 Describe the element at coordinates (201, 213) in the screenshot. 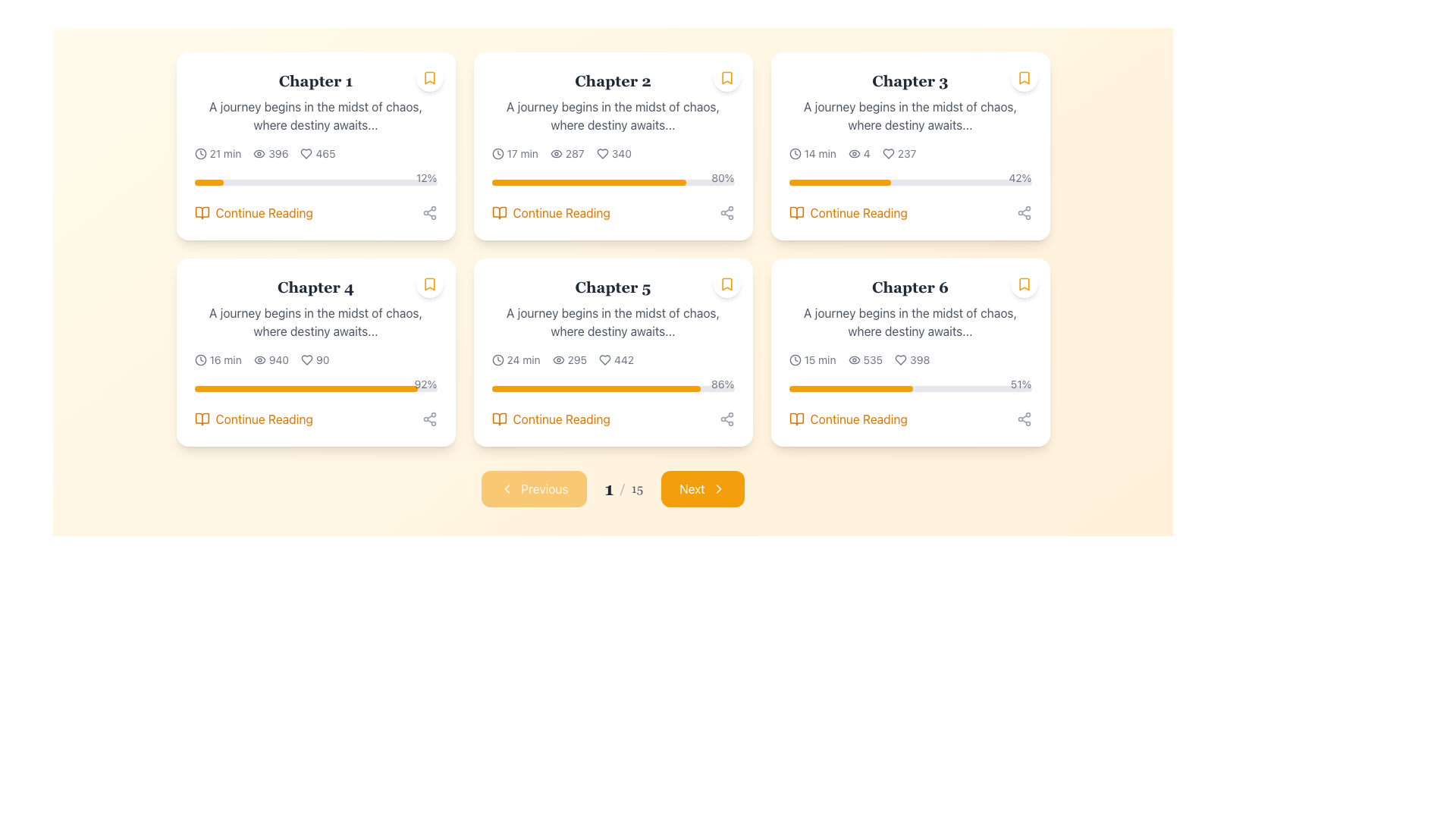

I see `the open book icon, which is styled with a thin orange outline and positioned directly to the left of the 'Continue Reading' text within the card interface for 'Chapter 1'` at that location.